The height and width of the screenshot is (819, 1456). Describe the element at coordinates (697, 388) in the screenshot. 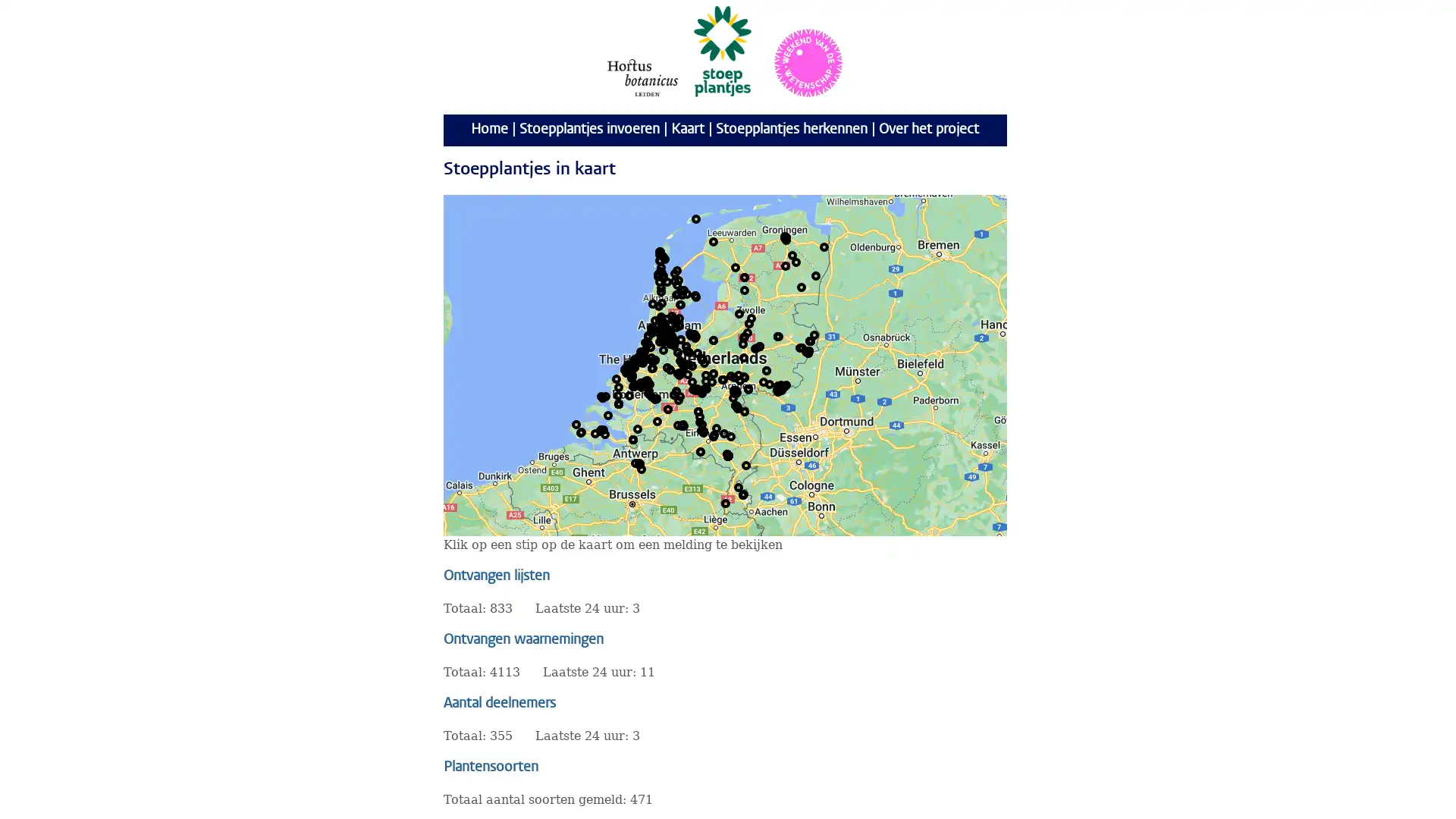

I see `Telling van Albertine op 13 november 2021` at that location.